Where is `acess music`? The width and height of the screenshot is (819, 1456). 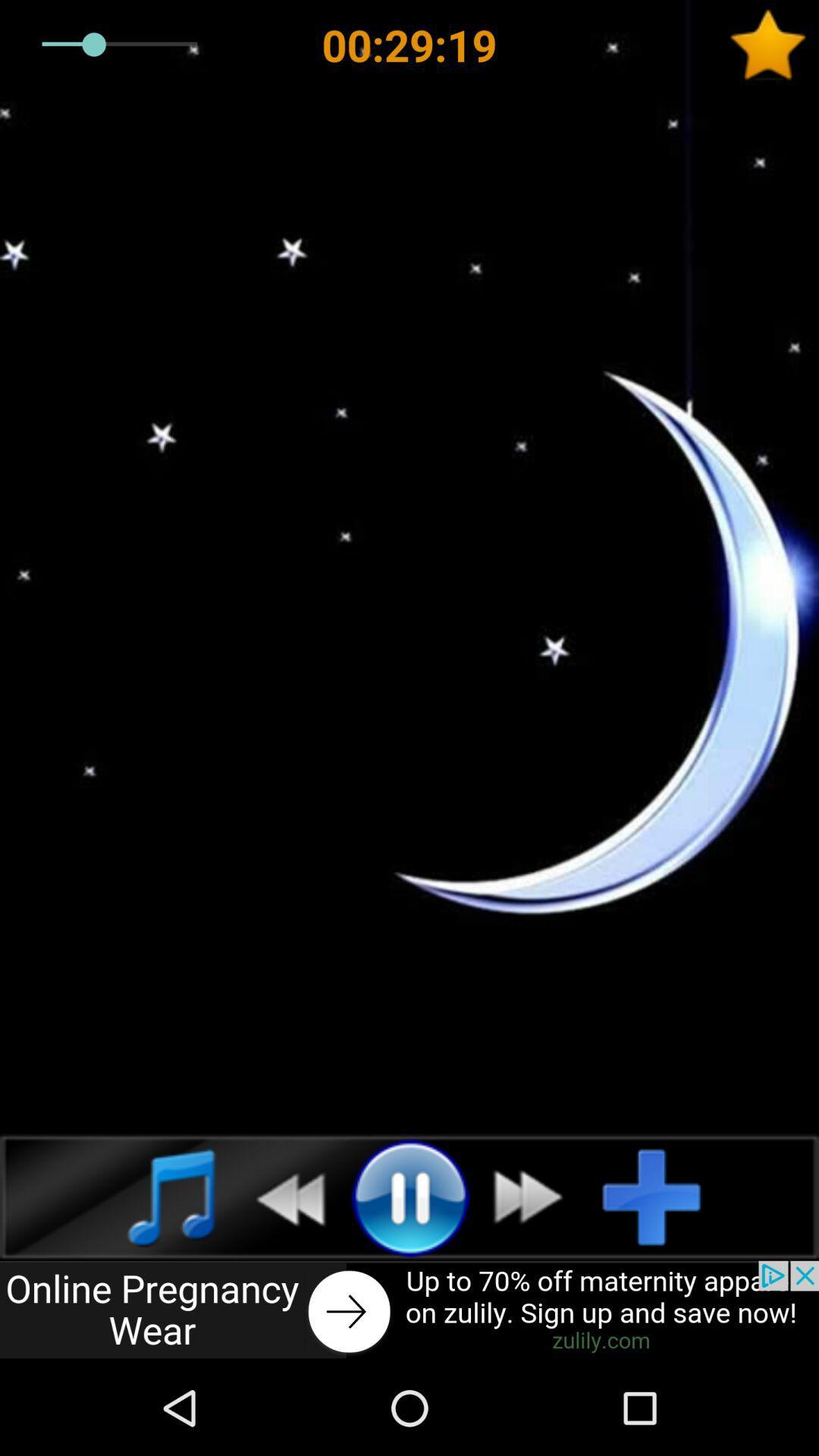
acess music is located at coordinates (155, 1196).